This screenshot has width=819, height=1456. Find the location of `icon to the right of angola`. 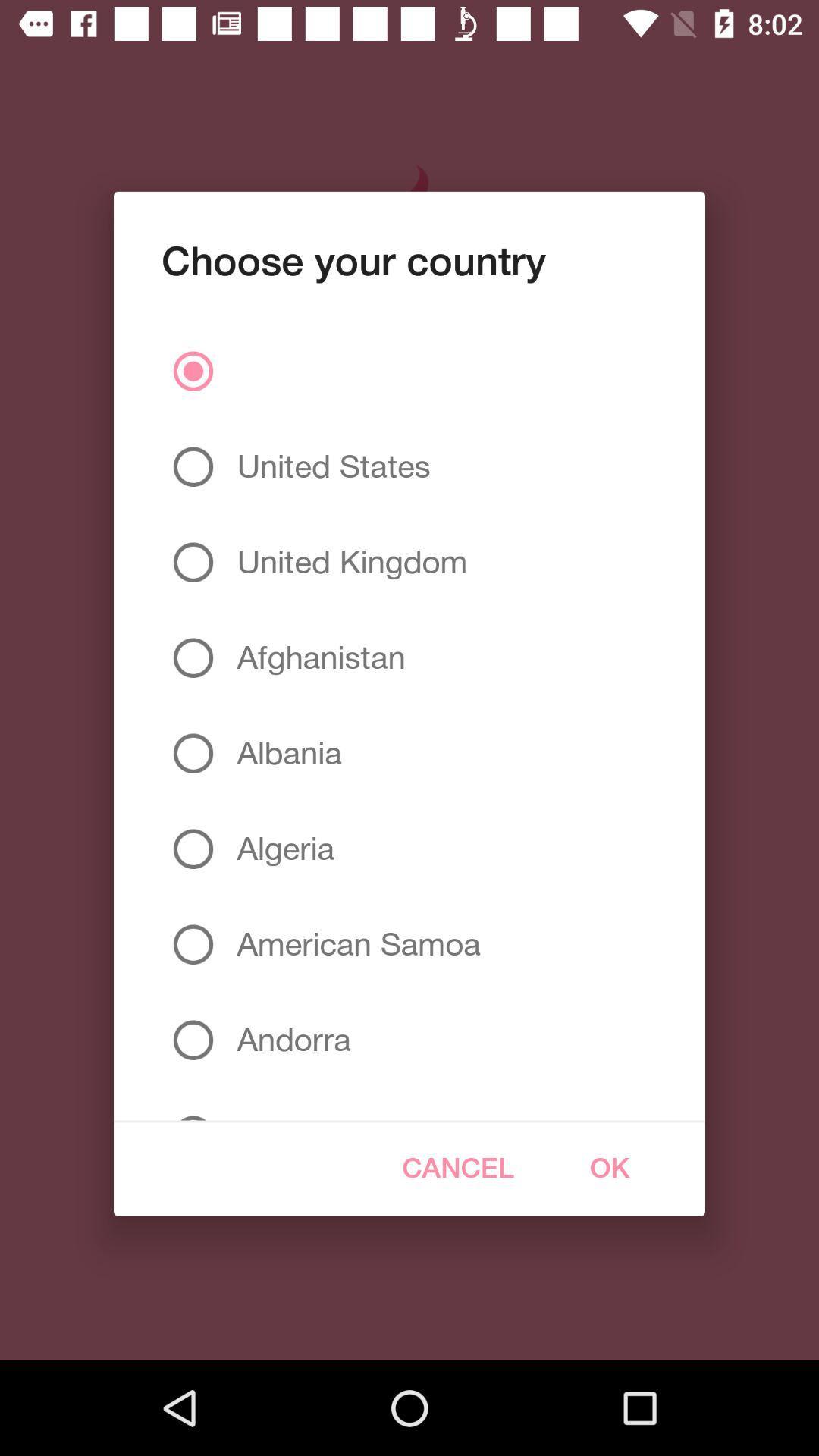

icon to the right of angola is located at coordinates (457, 1167).